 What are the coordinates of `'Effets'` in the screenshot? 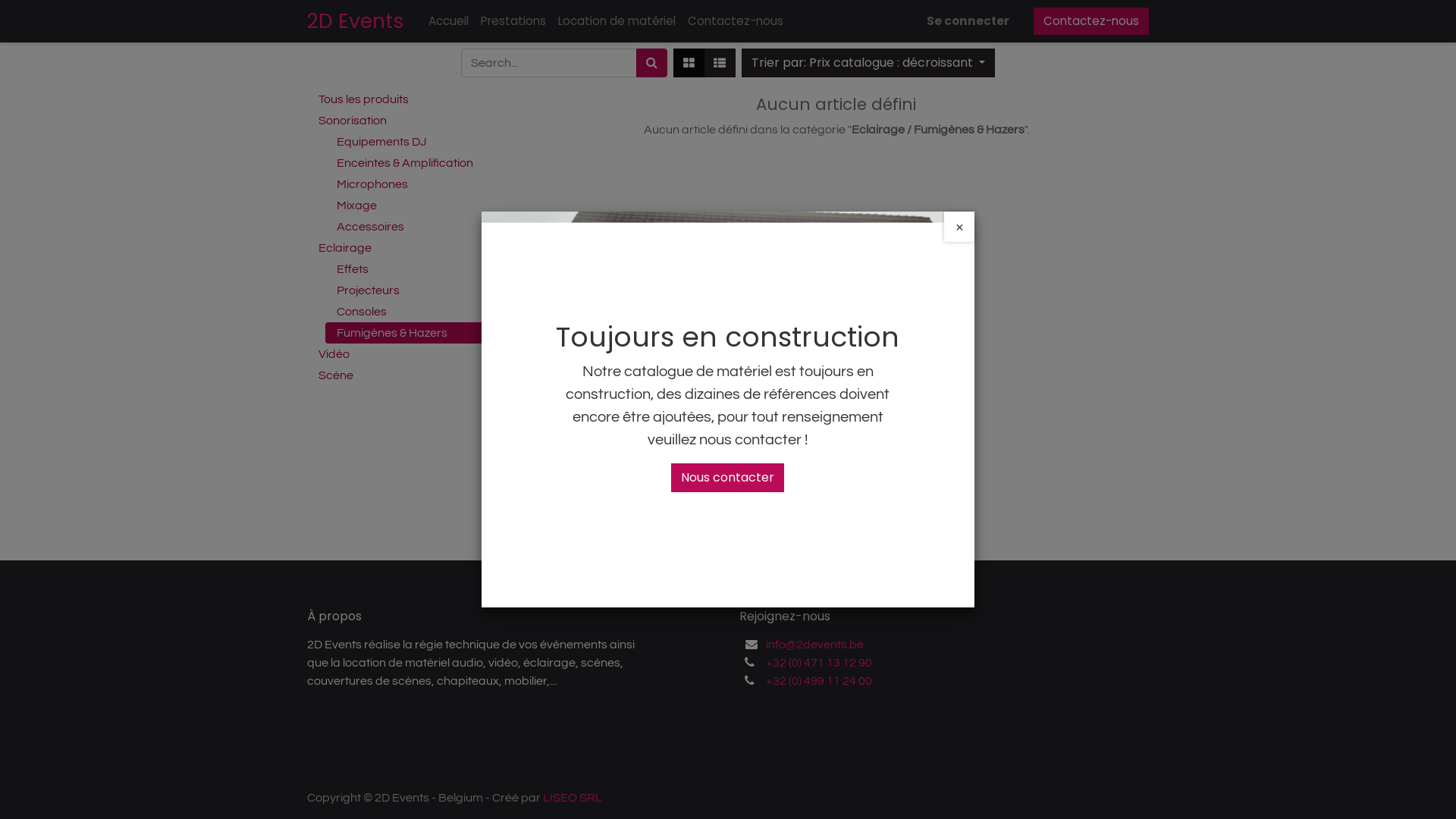 It's located at (413, 268).